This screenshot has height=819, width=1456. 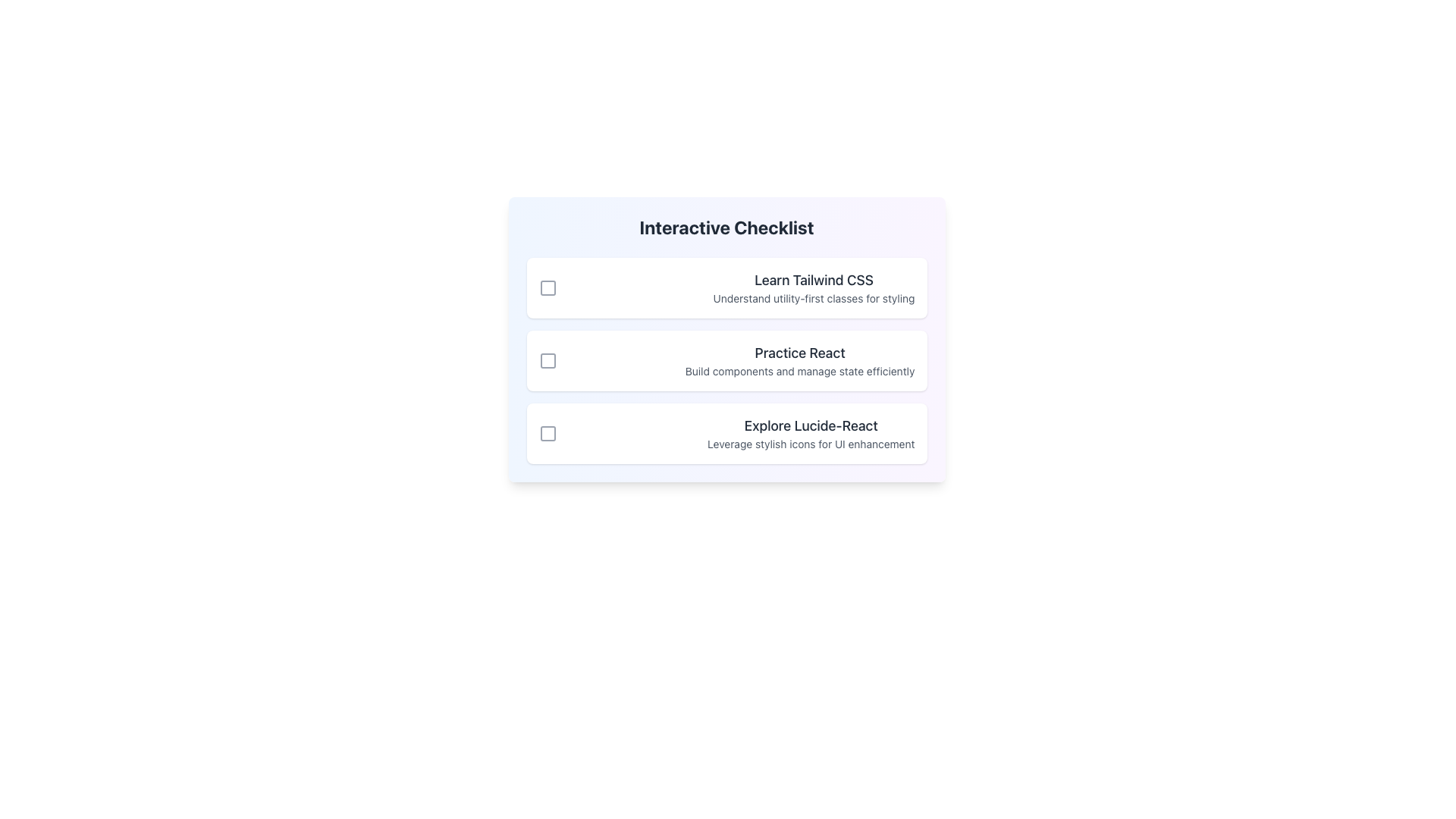 I want to click on the checkbox with rounded corners located to the left of the text 'Learn Tailwind CSS', so click(x=547, y=288).